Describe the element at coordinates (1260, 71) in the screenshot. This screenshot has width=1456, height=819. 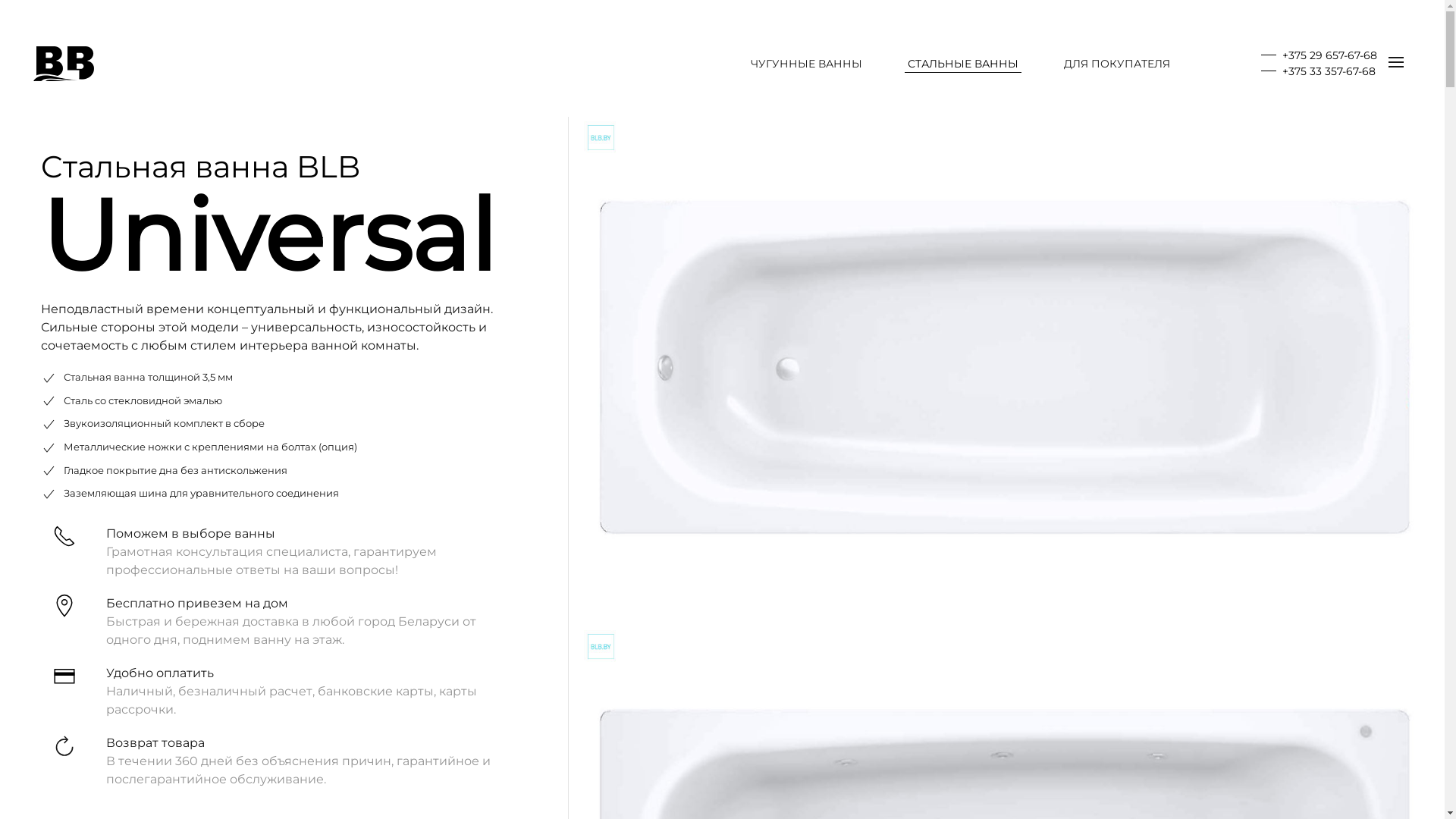
I see `'+375 33 357-67-68'` at that location.